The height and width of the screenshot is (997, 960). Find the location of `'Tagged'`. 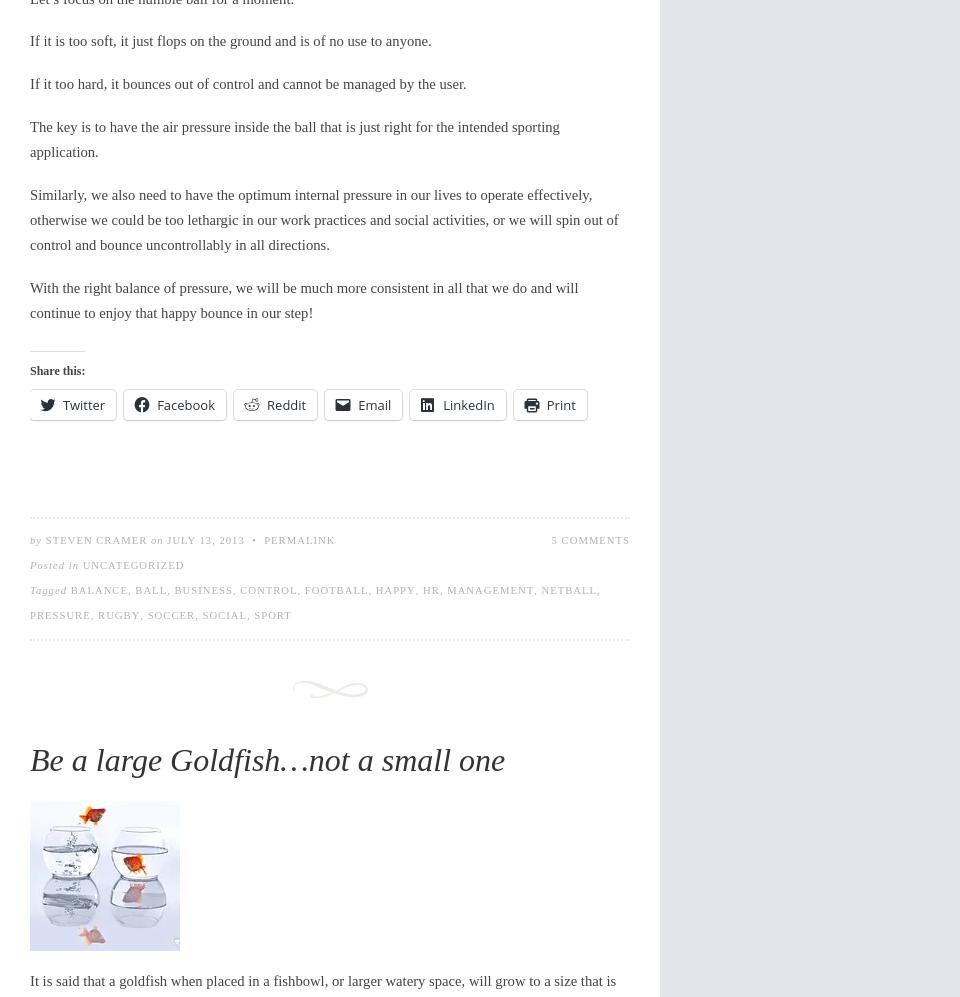

'Tagged' is located at coordinates (49, 589).